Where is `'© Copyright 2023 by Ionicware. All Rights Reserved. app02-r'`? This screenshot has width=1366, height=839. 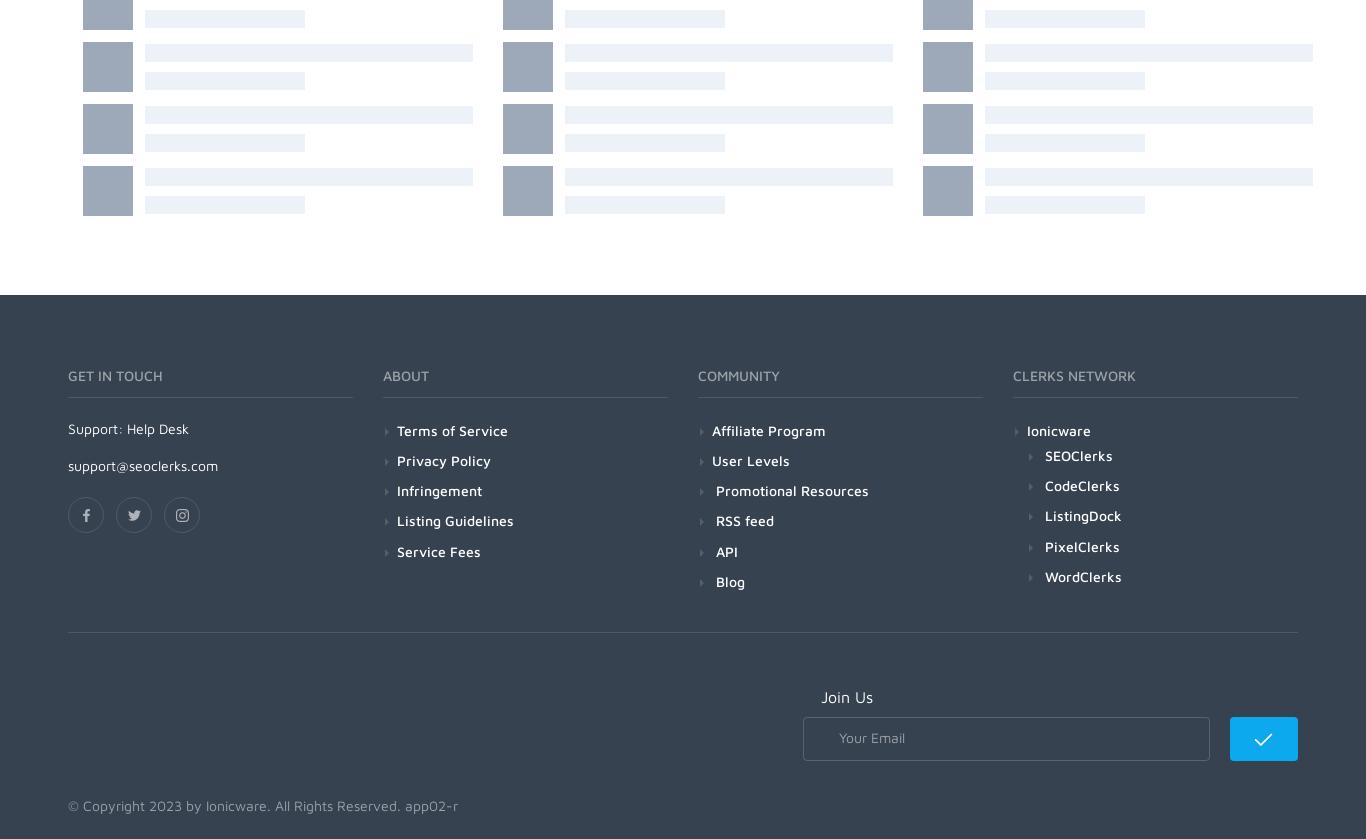 '© Copyright 2023 by Ionicware. All Rights Reserved. app02-r' is located at coordinates (262, 803).